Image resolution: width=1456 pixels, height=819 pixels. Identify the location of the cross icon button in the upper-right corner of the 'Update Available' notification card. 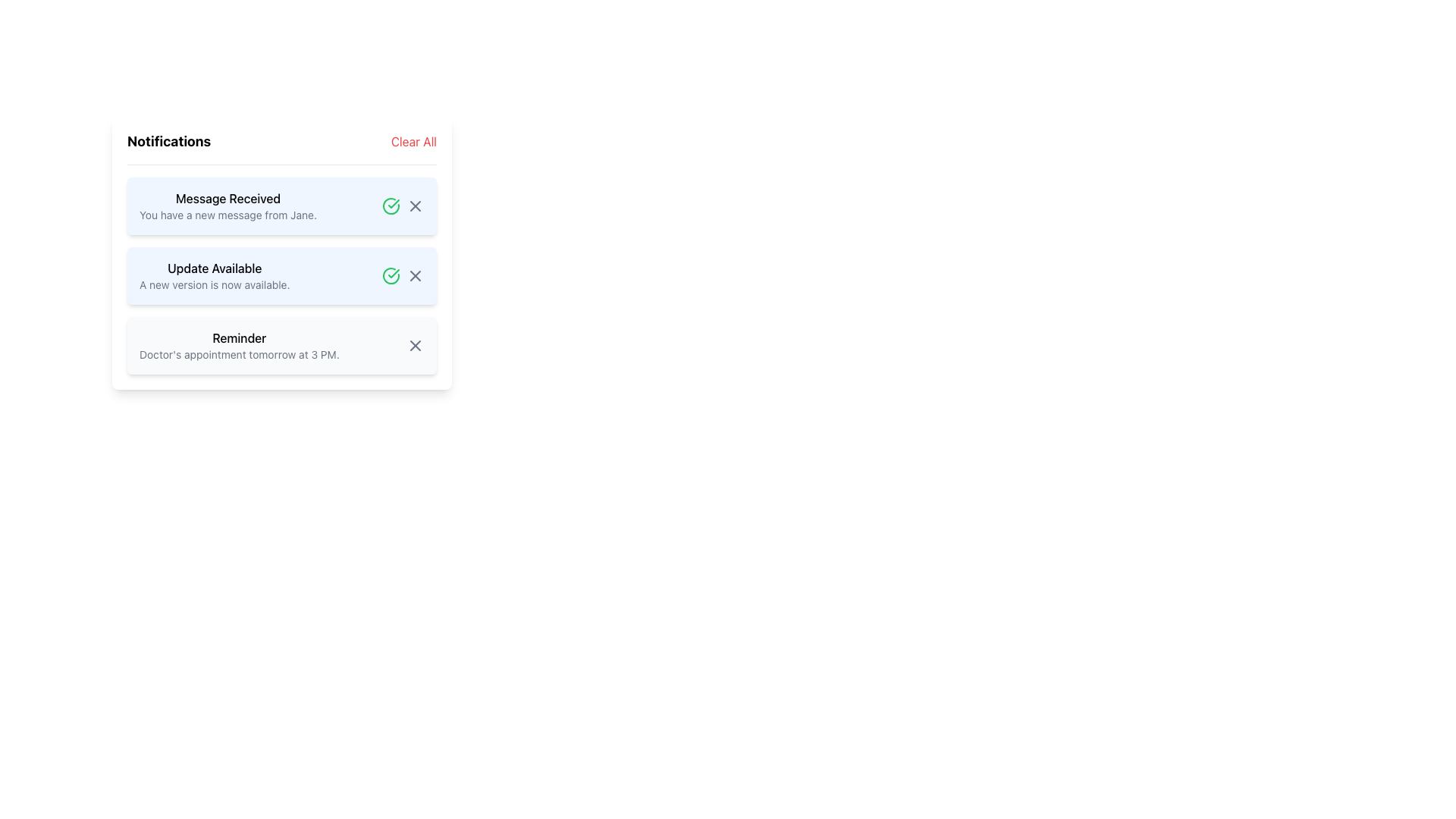
(415, 275).